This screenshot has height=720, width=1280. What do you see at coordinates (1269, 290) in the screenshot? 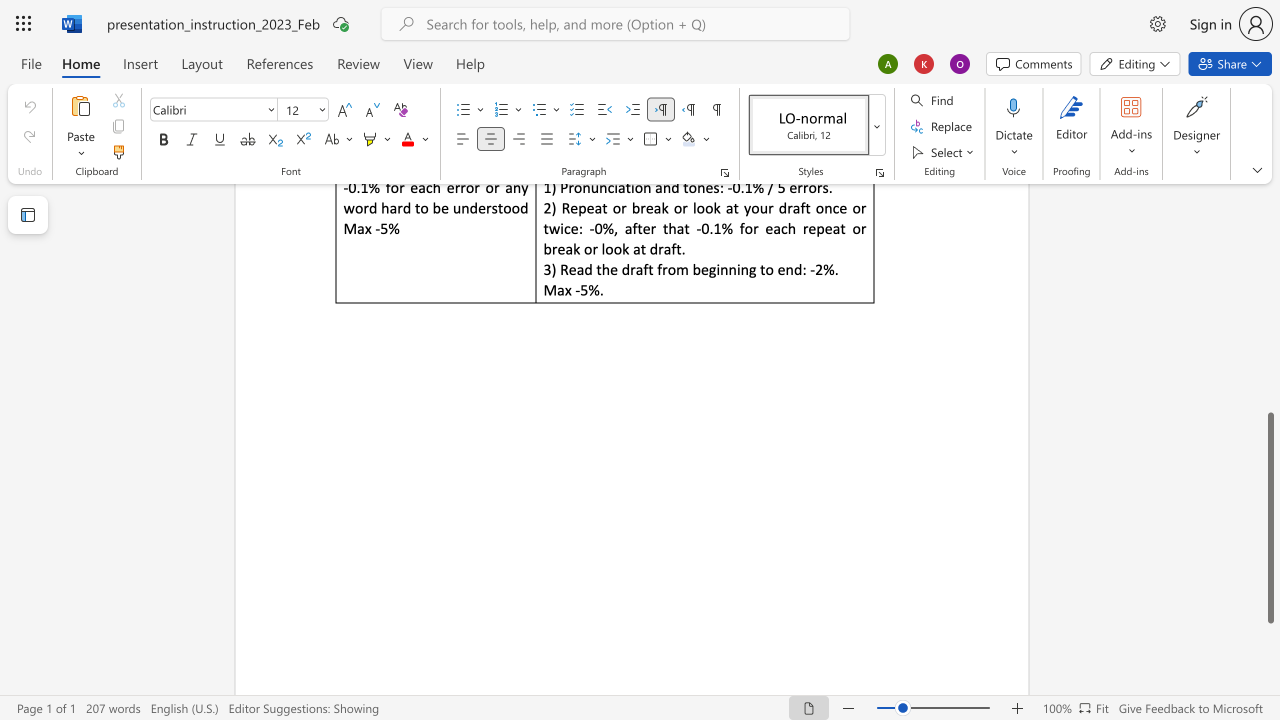
I see `the page's right scrollbar for upward movement` at bounding box center [1269, 290].